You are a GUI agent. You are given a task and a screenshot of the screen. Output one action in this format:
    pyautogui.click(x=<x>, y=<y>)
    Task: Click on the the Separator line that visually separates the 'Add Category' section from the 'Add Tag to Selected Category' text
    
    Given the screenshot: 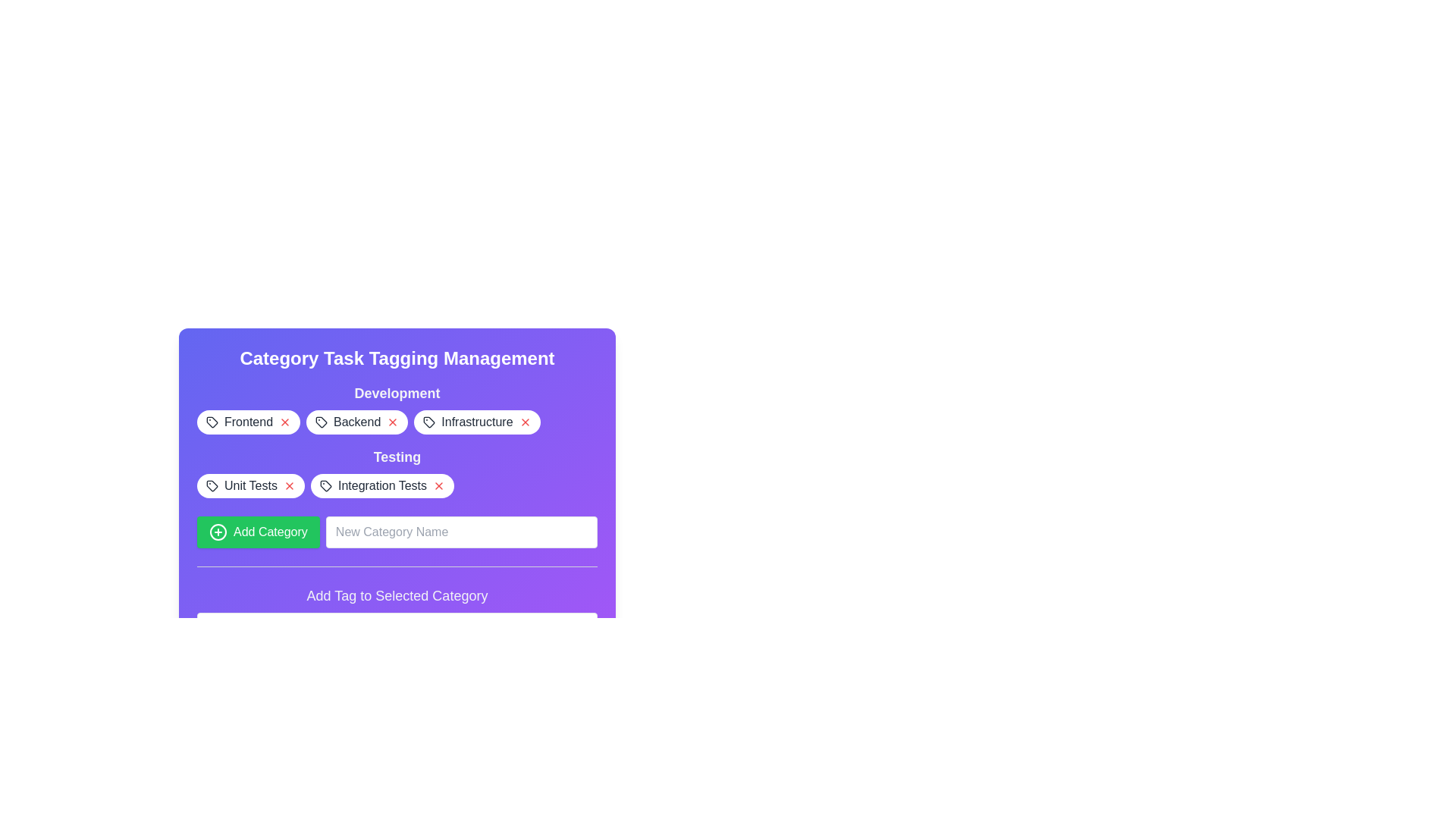 What is the action you would take?
    pyautogui.click(x=397, y=566)
    